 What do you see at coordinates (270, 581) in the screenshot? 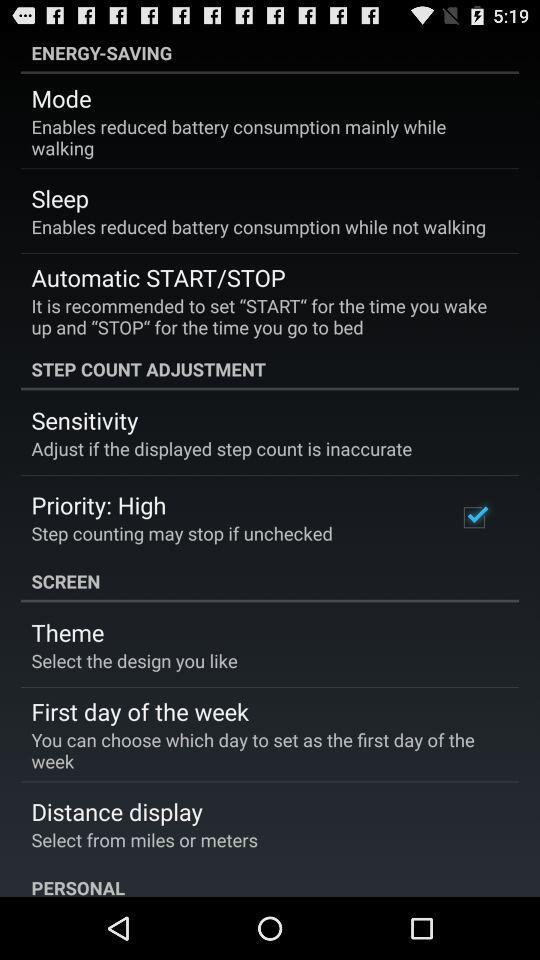
I see `the icon above the theme icon` at bounding box center [270, 581].